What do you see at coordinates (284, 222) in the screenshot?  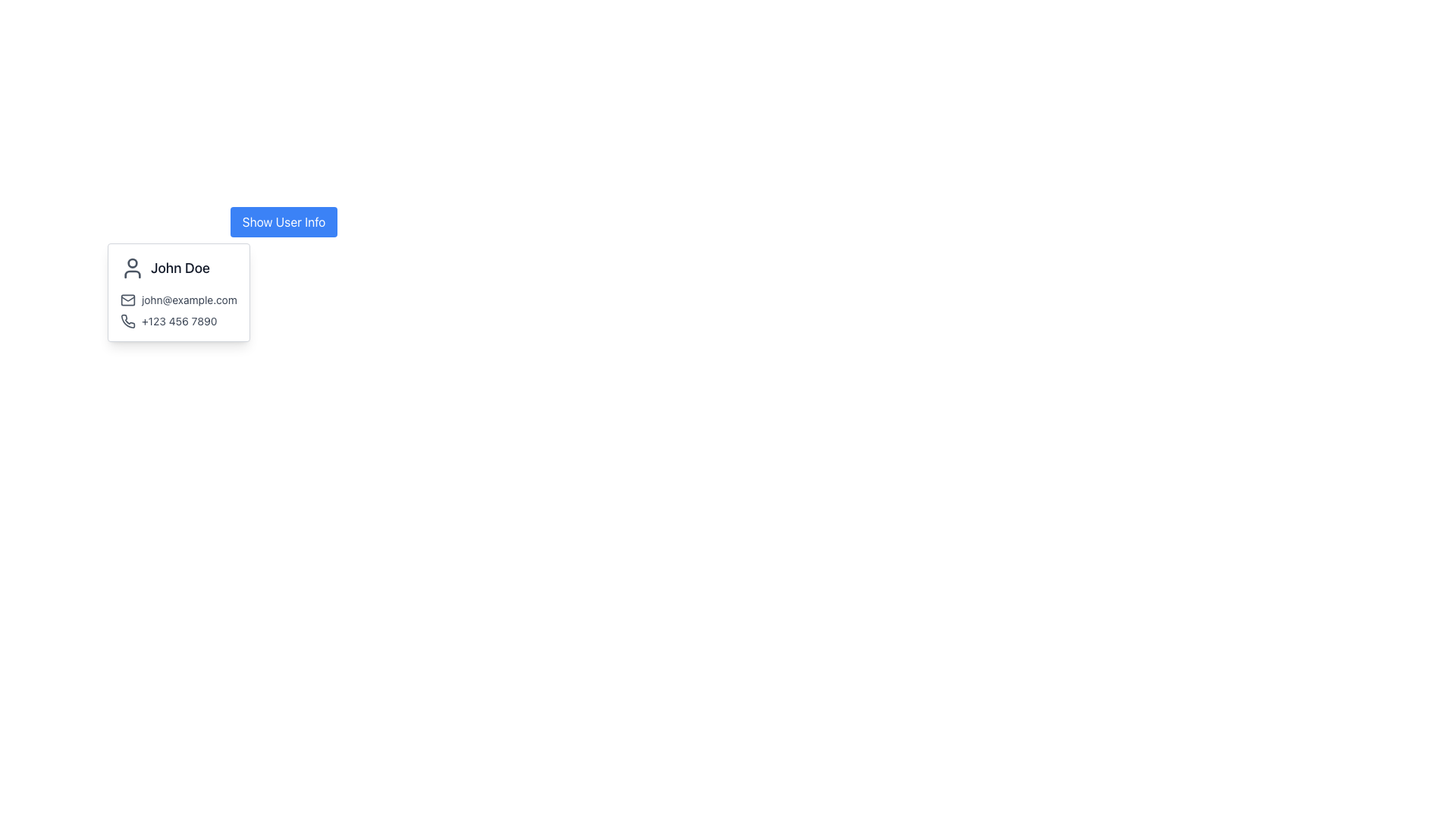 I see `the button that toggles or displays the user's detailed information for keyboard navigation` at bounding box center [284, 222].